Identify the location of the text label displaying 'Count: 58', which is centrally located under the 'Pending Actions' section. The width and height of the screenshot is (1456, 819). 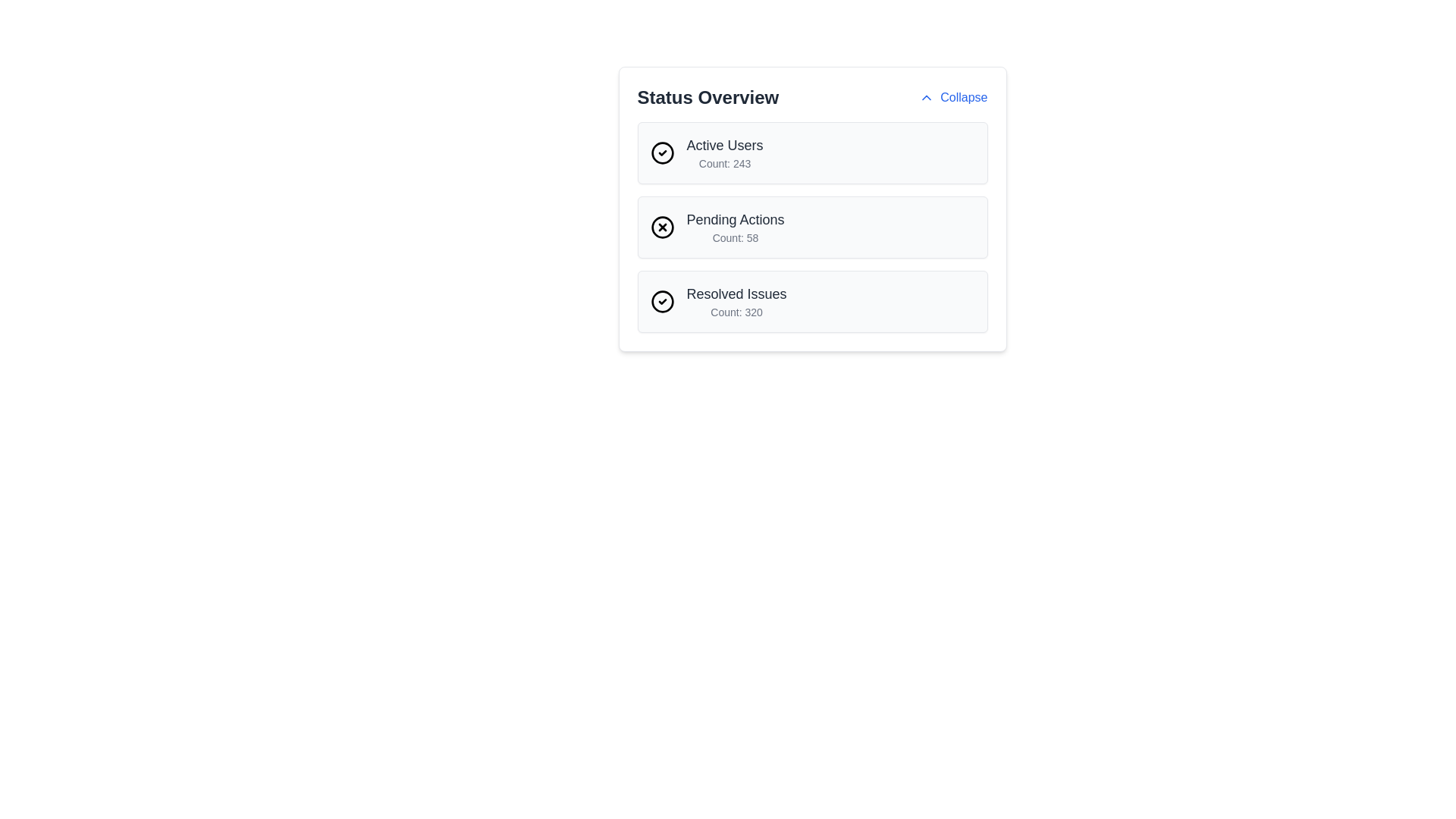
(735, 237).